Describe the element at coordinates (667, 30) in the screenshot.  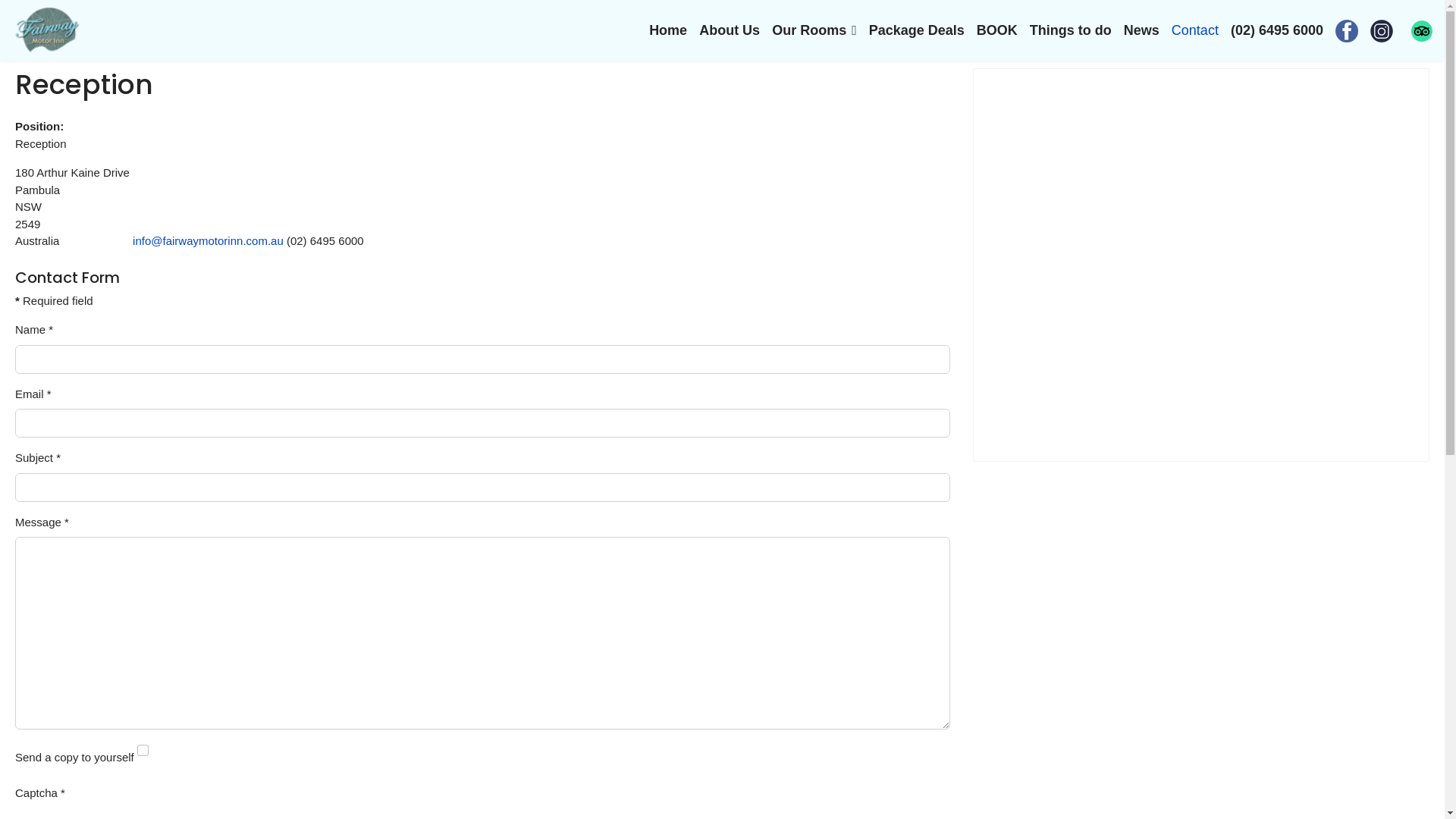
I see `'Home'` at that location.